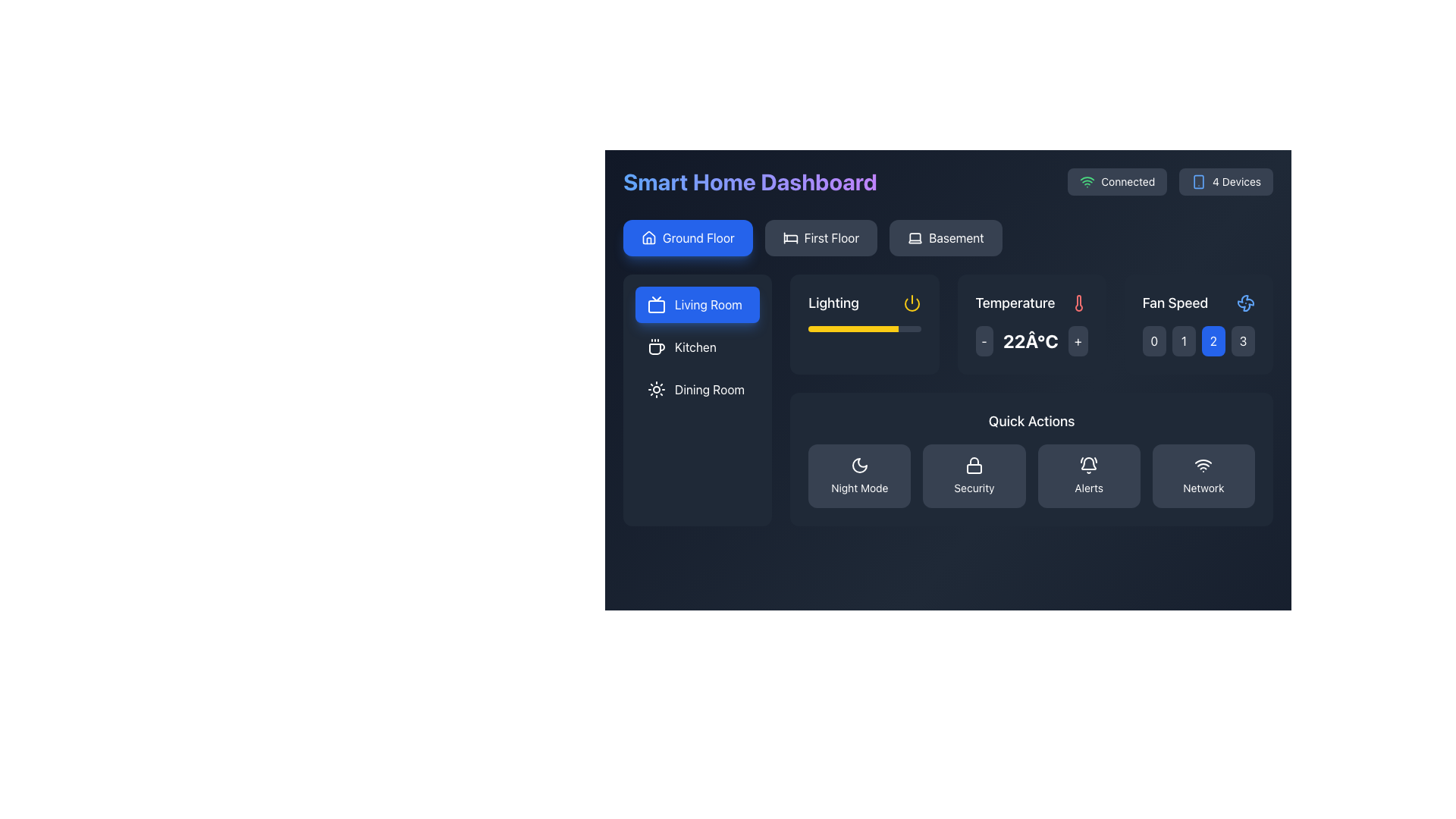  I want to click on the 'Fan Speed' icon located at the top of the 'Fan Speed' card in the Smart Home Dashboard, so click(1245, 303).